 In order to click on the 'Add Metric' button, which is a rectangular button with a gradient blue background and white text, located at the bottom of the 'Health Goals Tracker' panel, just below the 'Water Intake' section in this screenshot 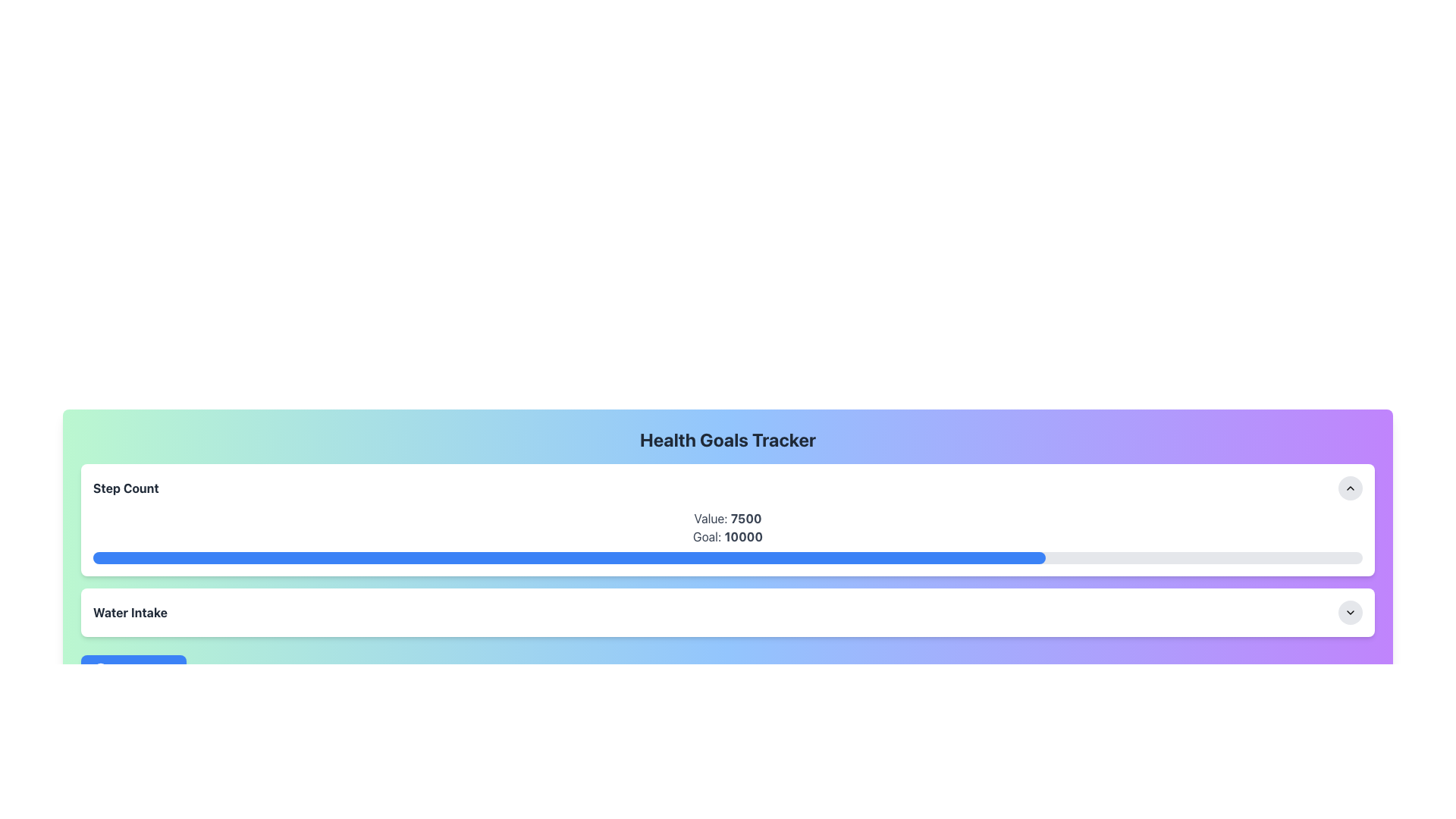, I will do `click(133, 669)`.